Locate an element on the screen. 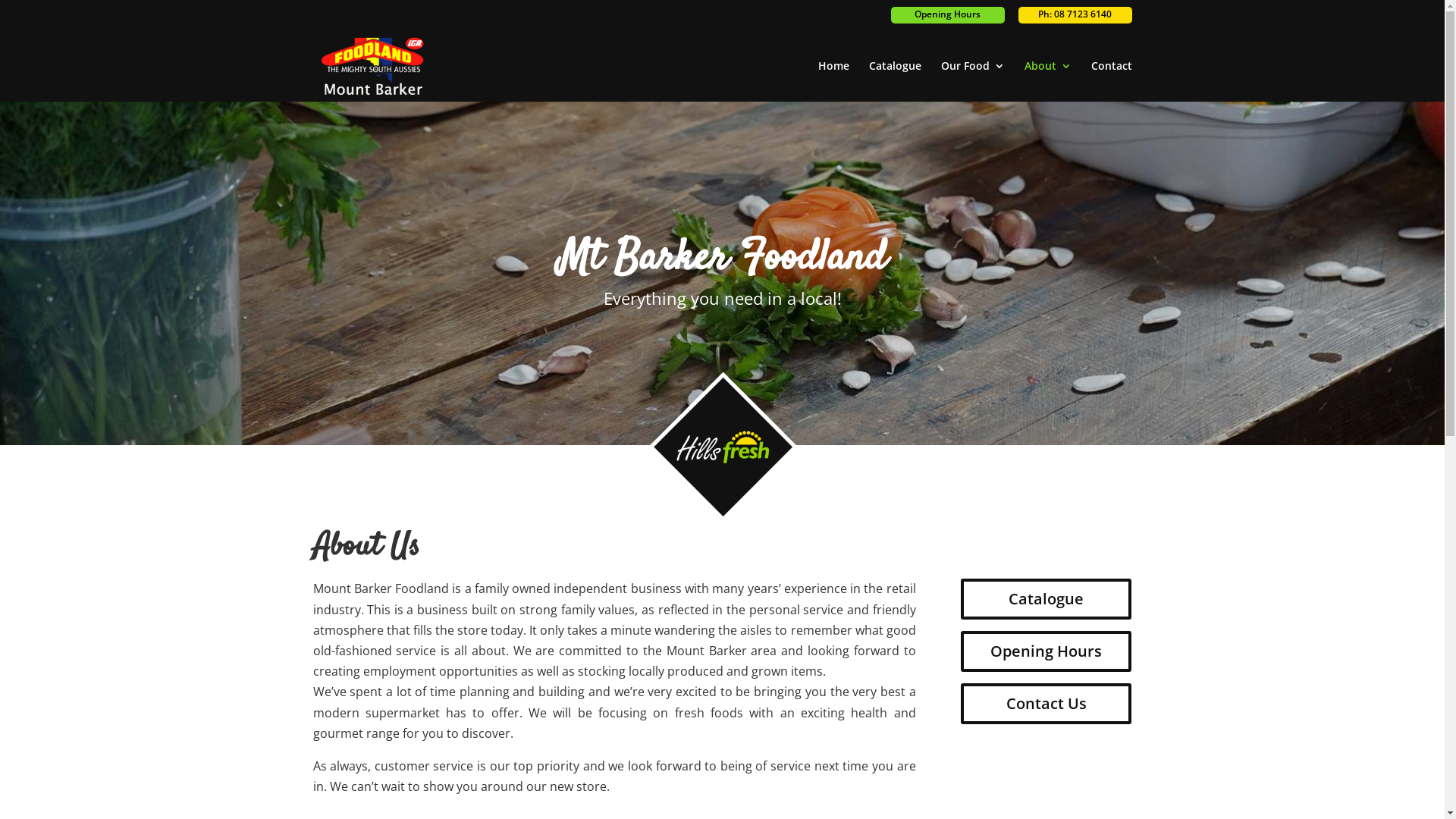  'Ph: 08 7123 6140' is located at coordinates (1073, 14).